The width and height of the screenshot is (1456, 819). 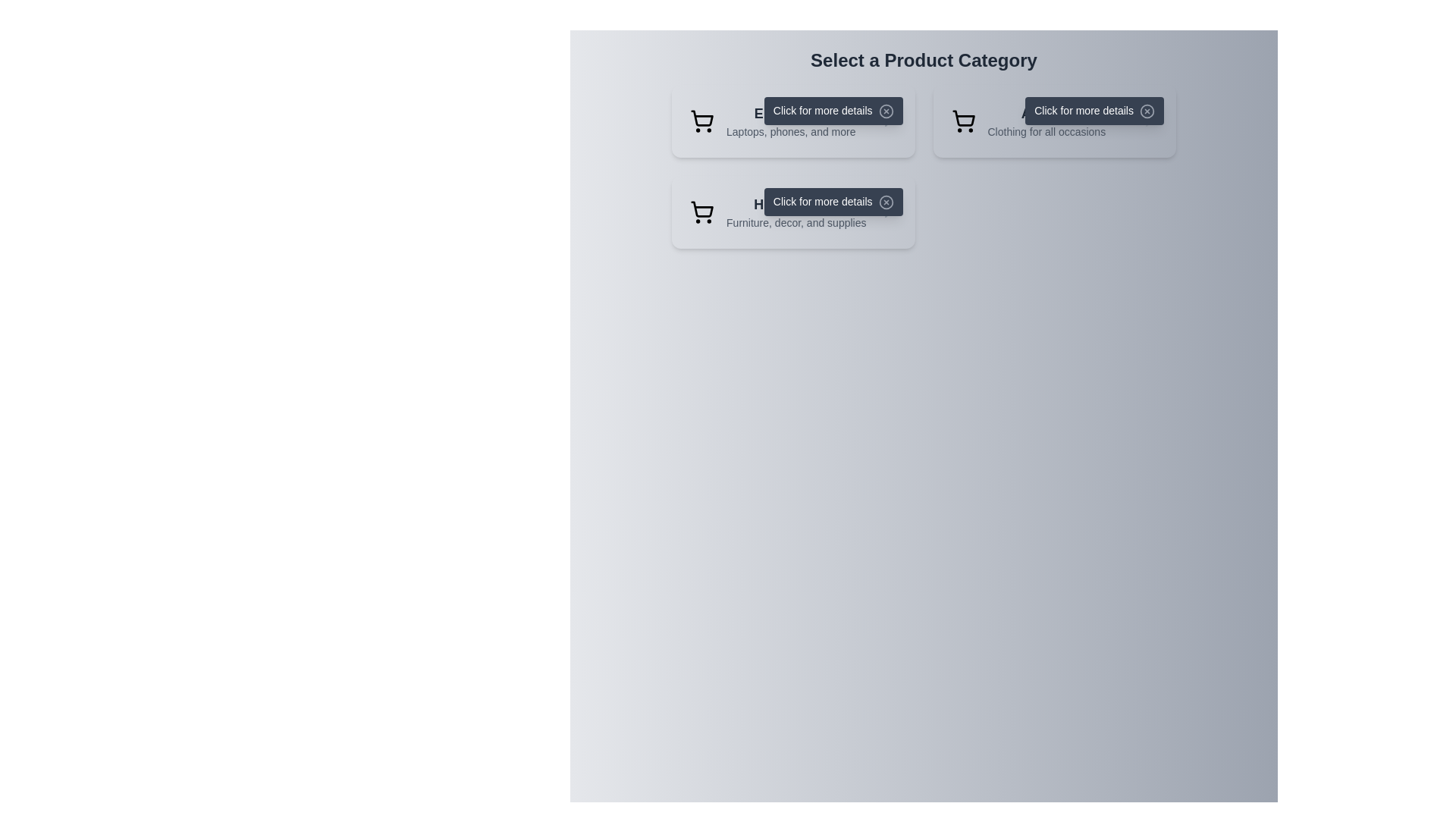 What do you see at coordinates (886, 111) in the screenshot?
I see `the Close icon, which is a gray circular button with a cross inside, located to the right of the 'Click for more details' text in the tooltip-style box` at bounding box center [886, 111].